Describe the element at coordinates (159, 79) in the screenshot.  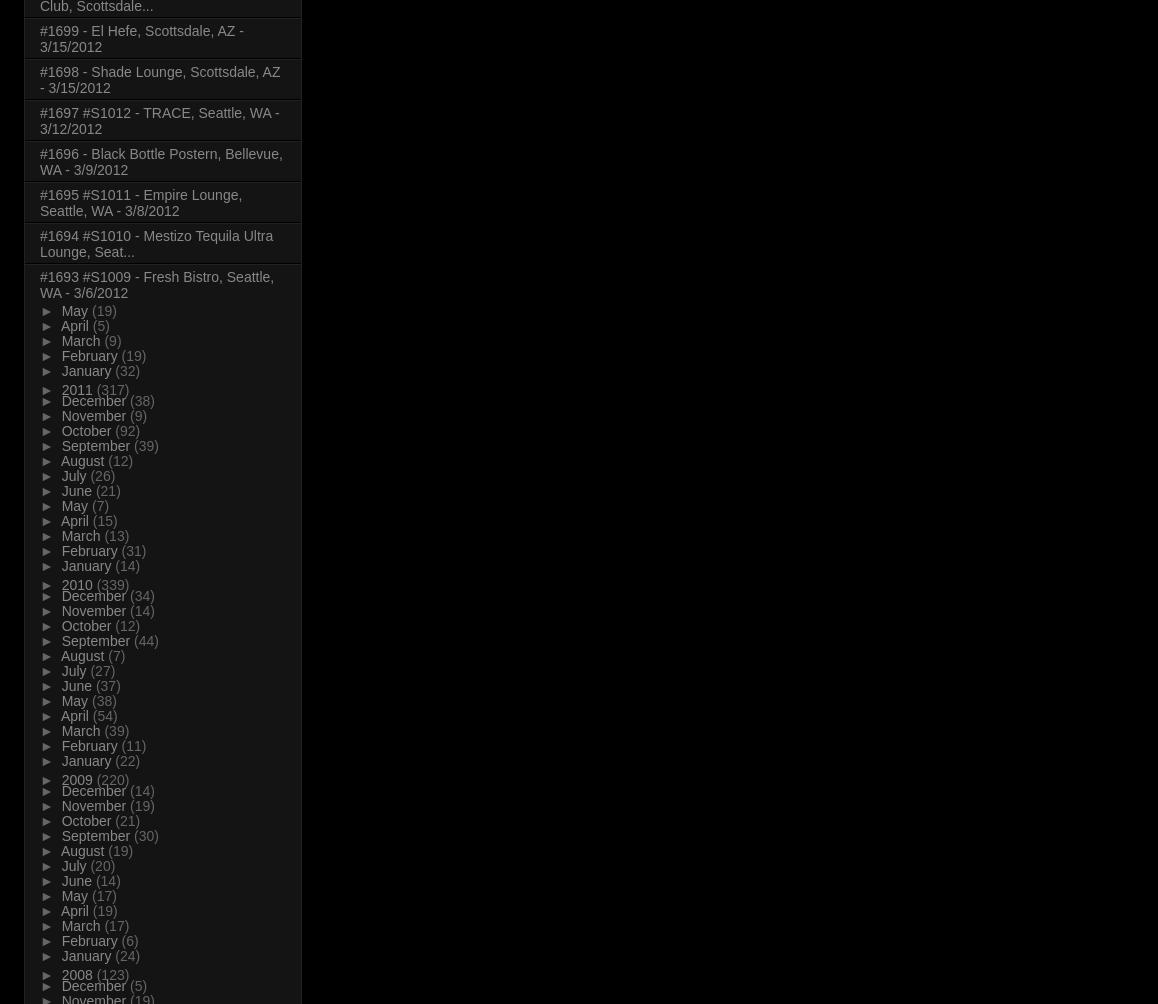
I see `'#1698 - Shade Lounge, Scottsdale, AZ - 3/15/2012'` at that location.